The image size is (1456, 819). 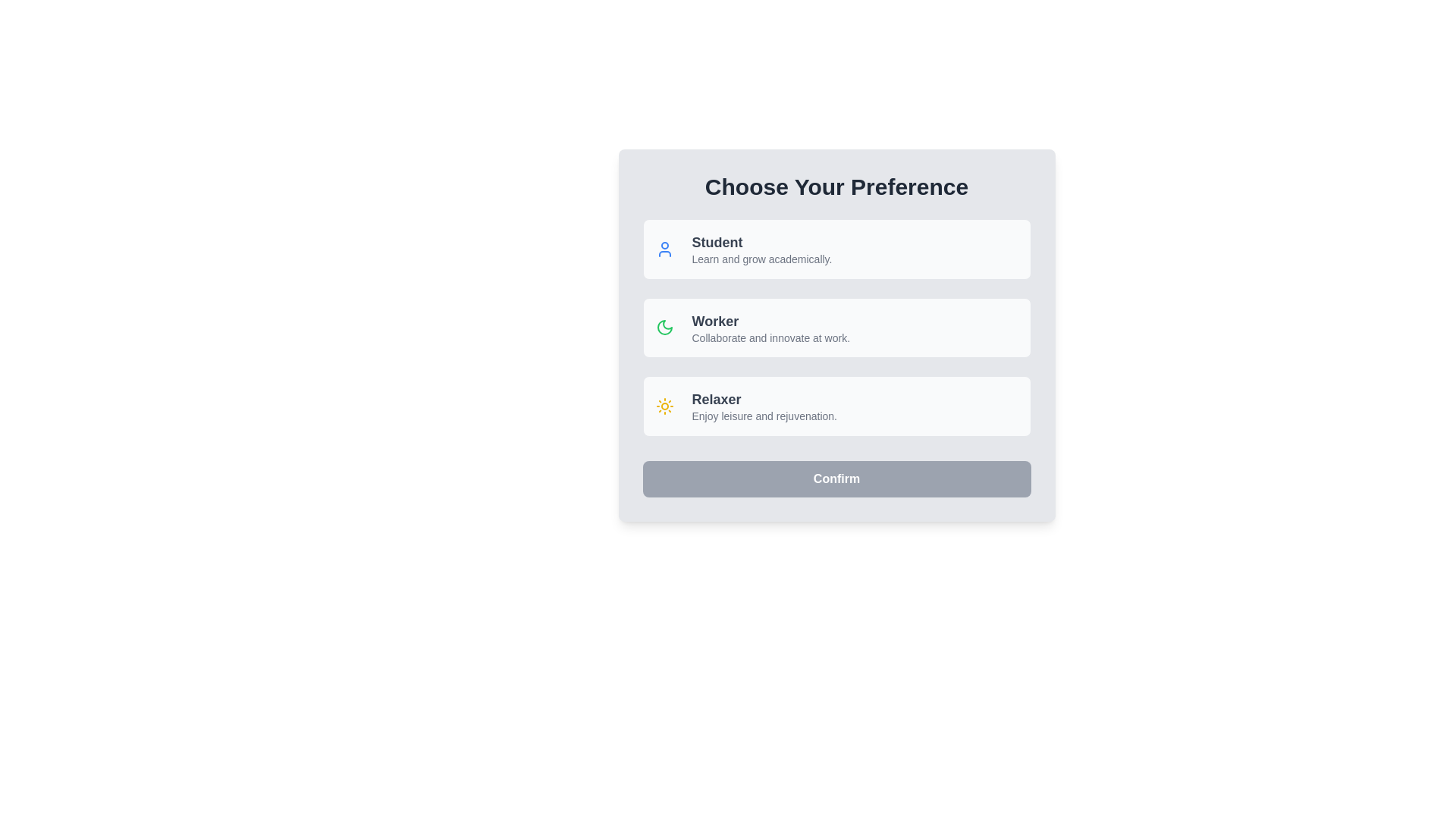 I want to click on the second selectable card labeled 'Worker' in the preference selection list, so click(x=836, y=327).